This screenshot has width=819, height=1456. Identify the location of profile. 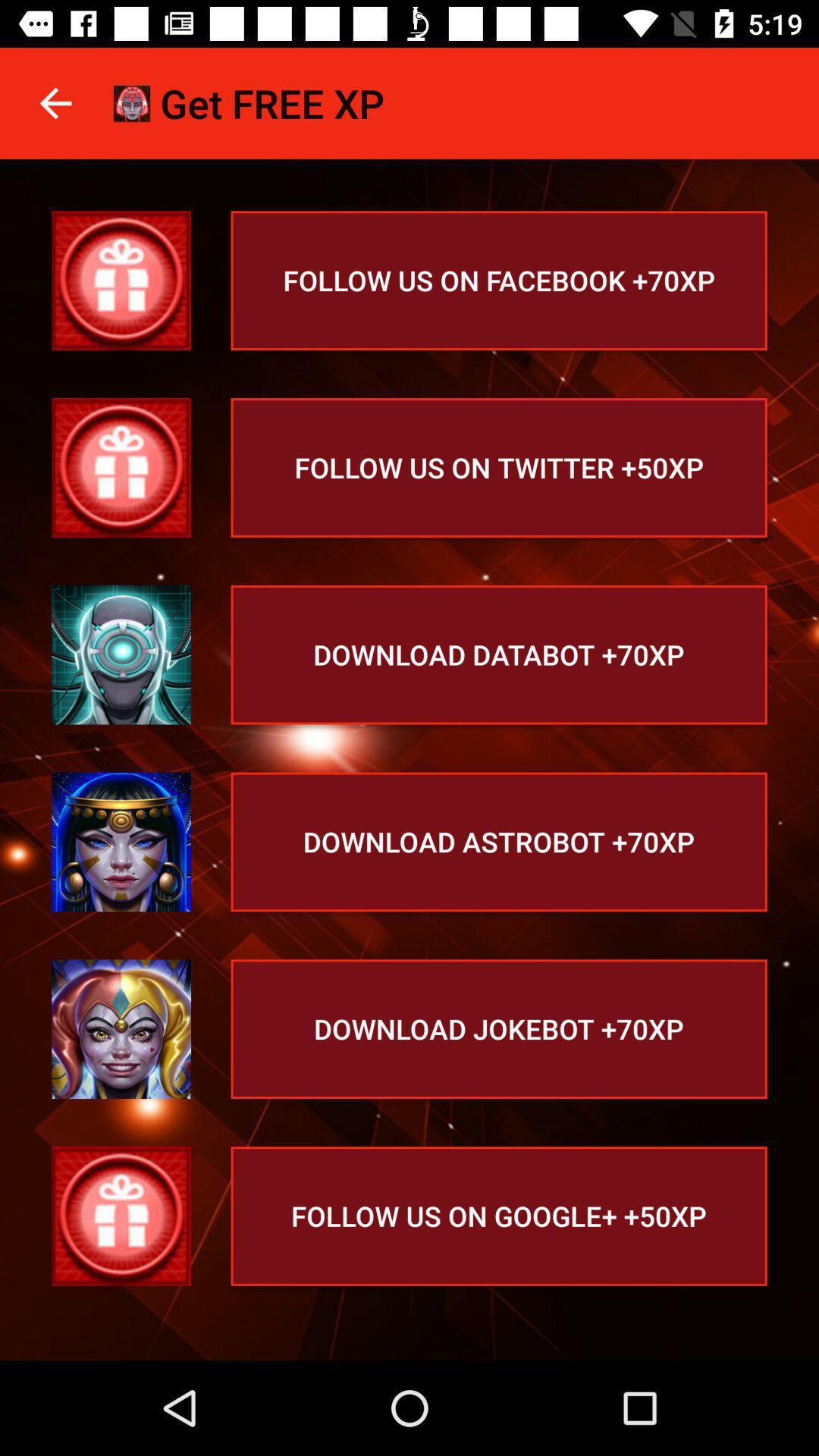
(121, 281).